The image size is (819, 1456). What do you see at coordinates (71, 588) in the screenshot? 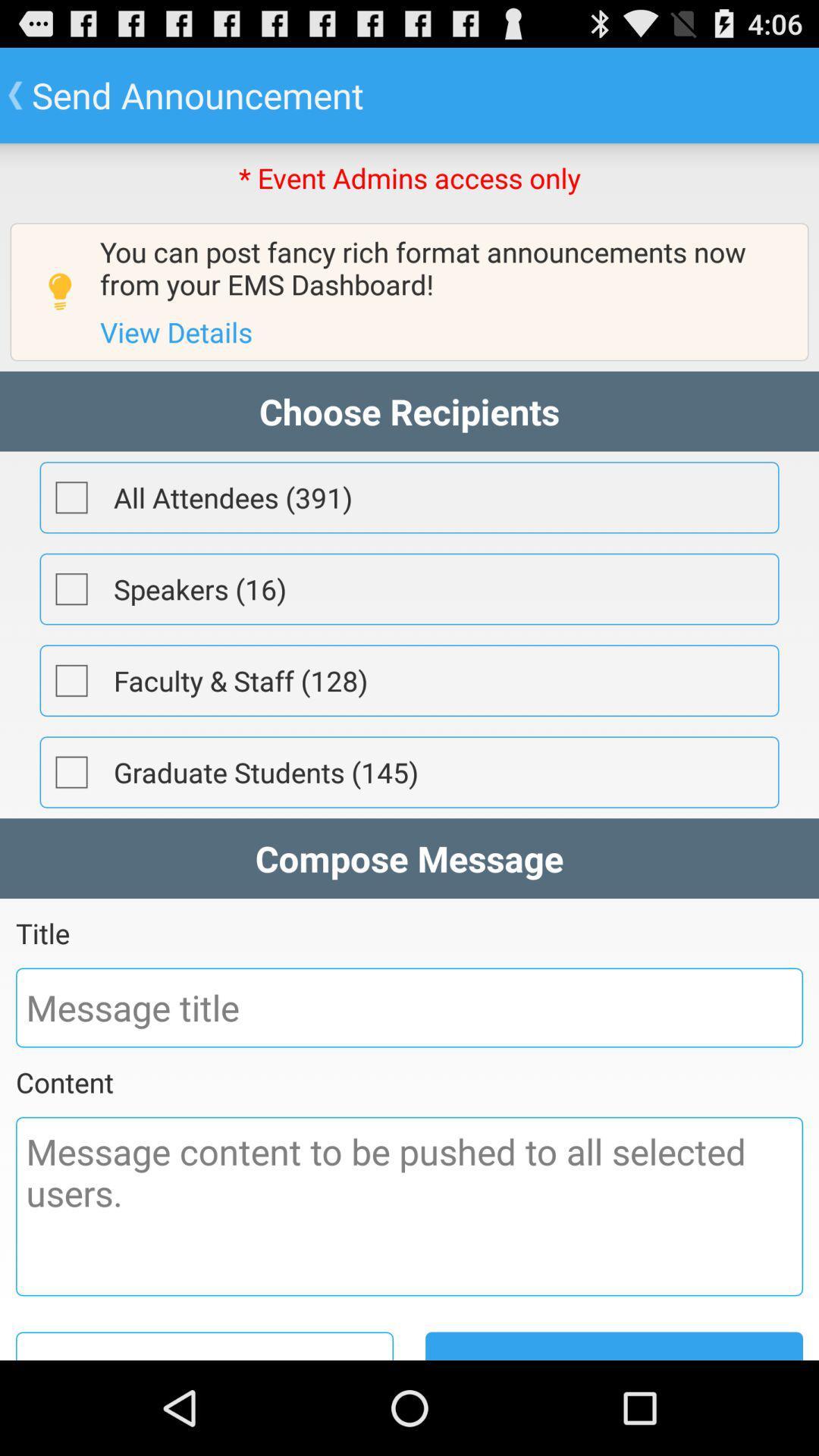
I see `check the speakers box` at bounding box center [71, 588].